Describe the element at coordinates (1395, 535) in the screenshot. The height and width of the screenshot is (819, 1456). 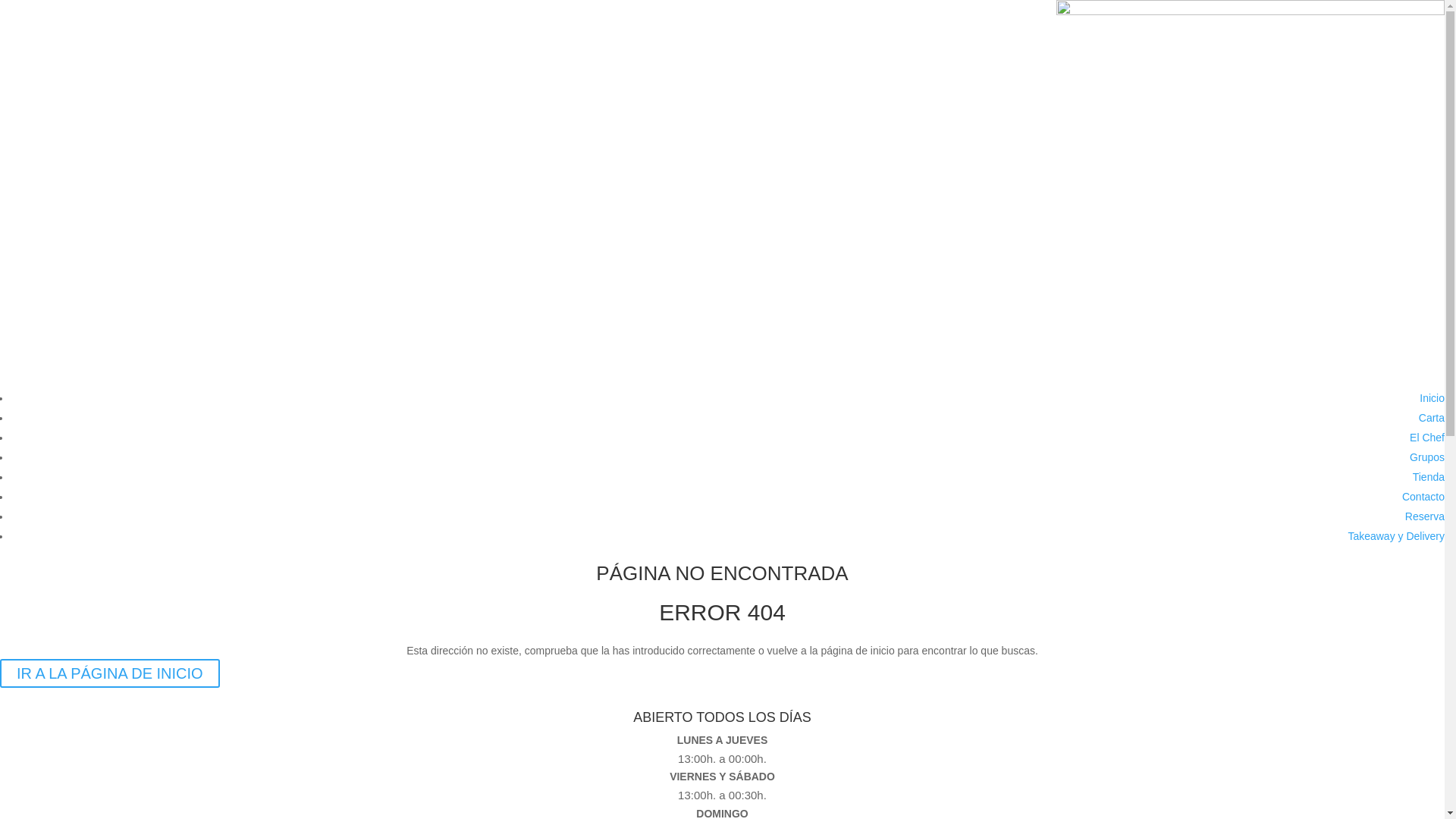
I see `'Takeaway y Delivery'` at that location.